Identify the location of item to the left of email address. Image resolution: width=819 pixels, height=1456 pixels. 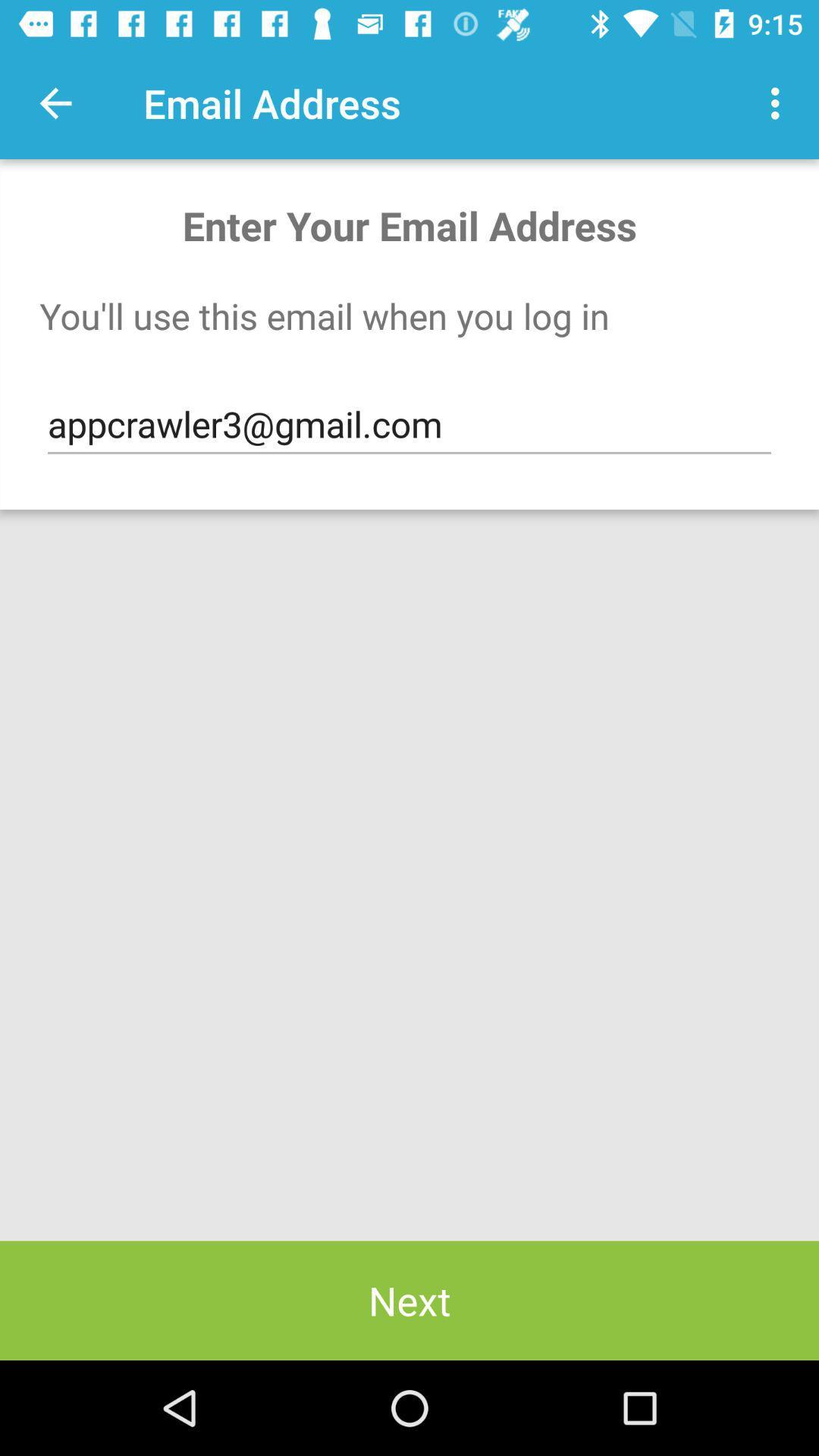
(55, 102).